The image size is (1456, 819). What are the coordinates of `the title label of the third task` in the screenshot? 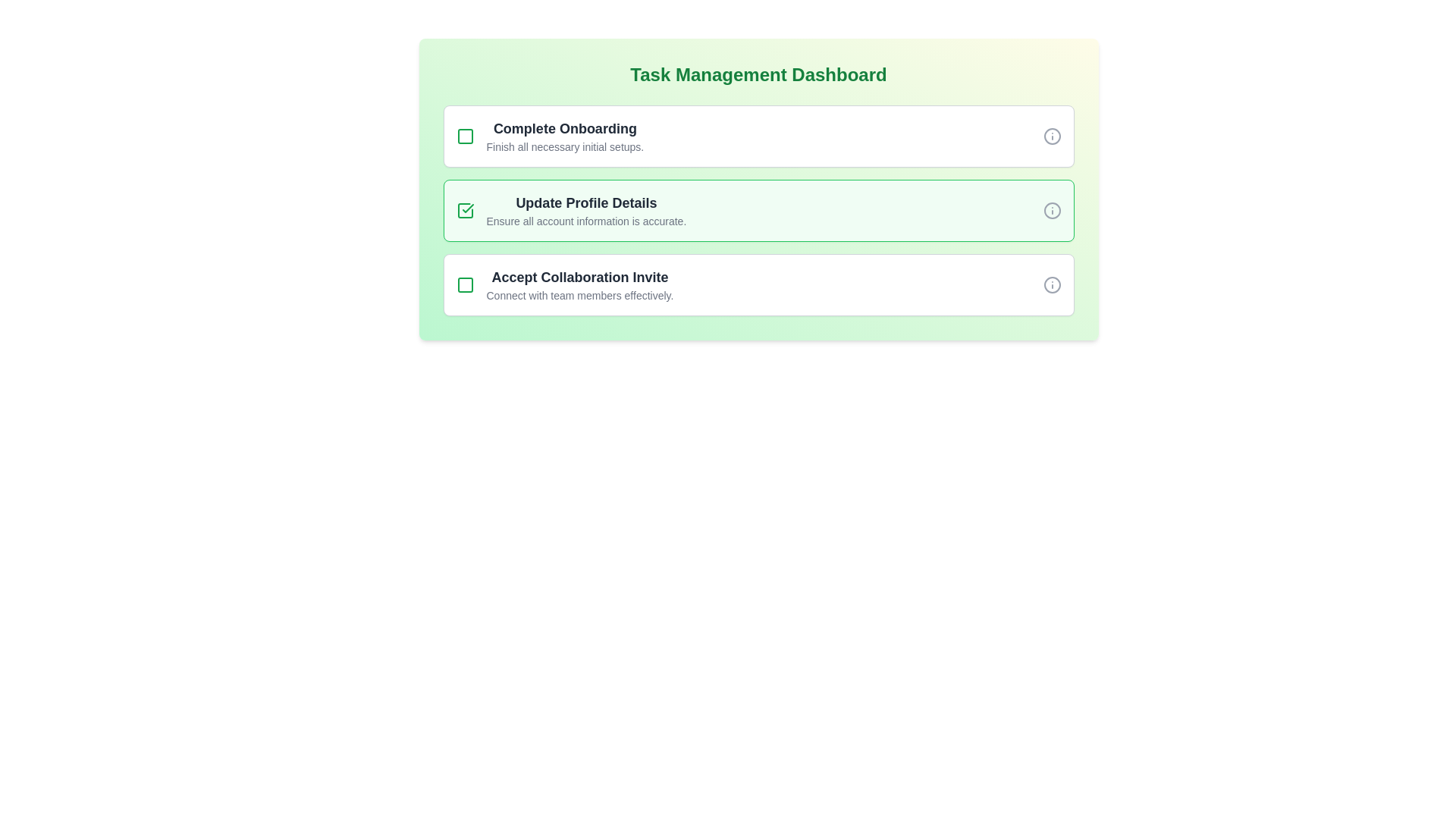 It's located at (579, 278).